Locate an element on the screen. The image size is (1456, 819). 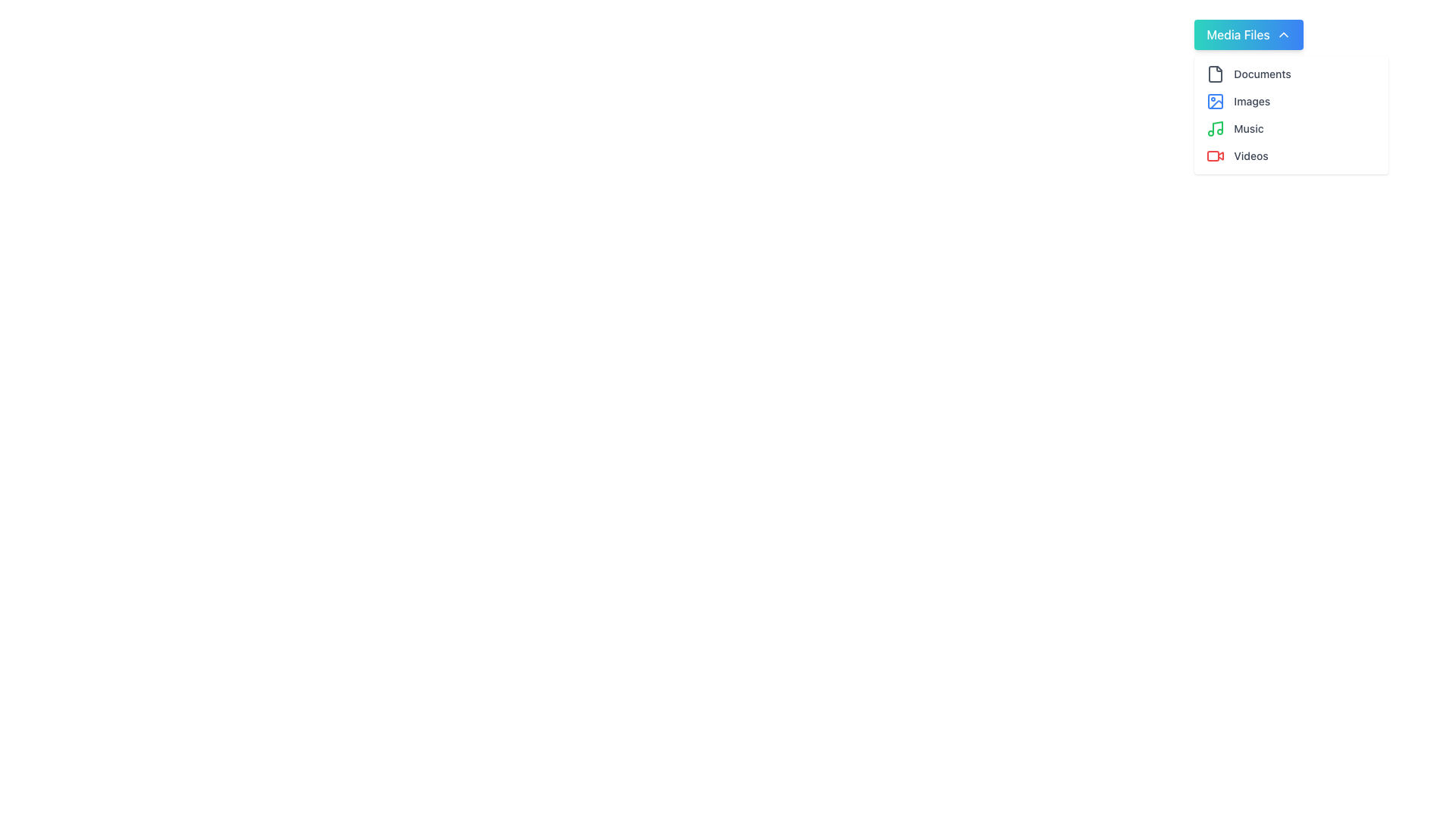
the 'Documents' icon located at the top left of the dropdown menu under 'Media Files' is located at coordinates (1216, 74).